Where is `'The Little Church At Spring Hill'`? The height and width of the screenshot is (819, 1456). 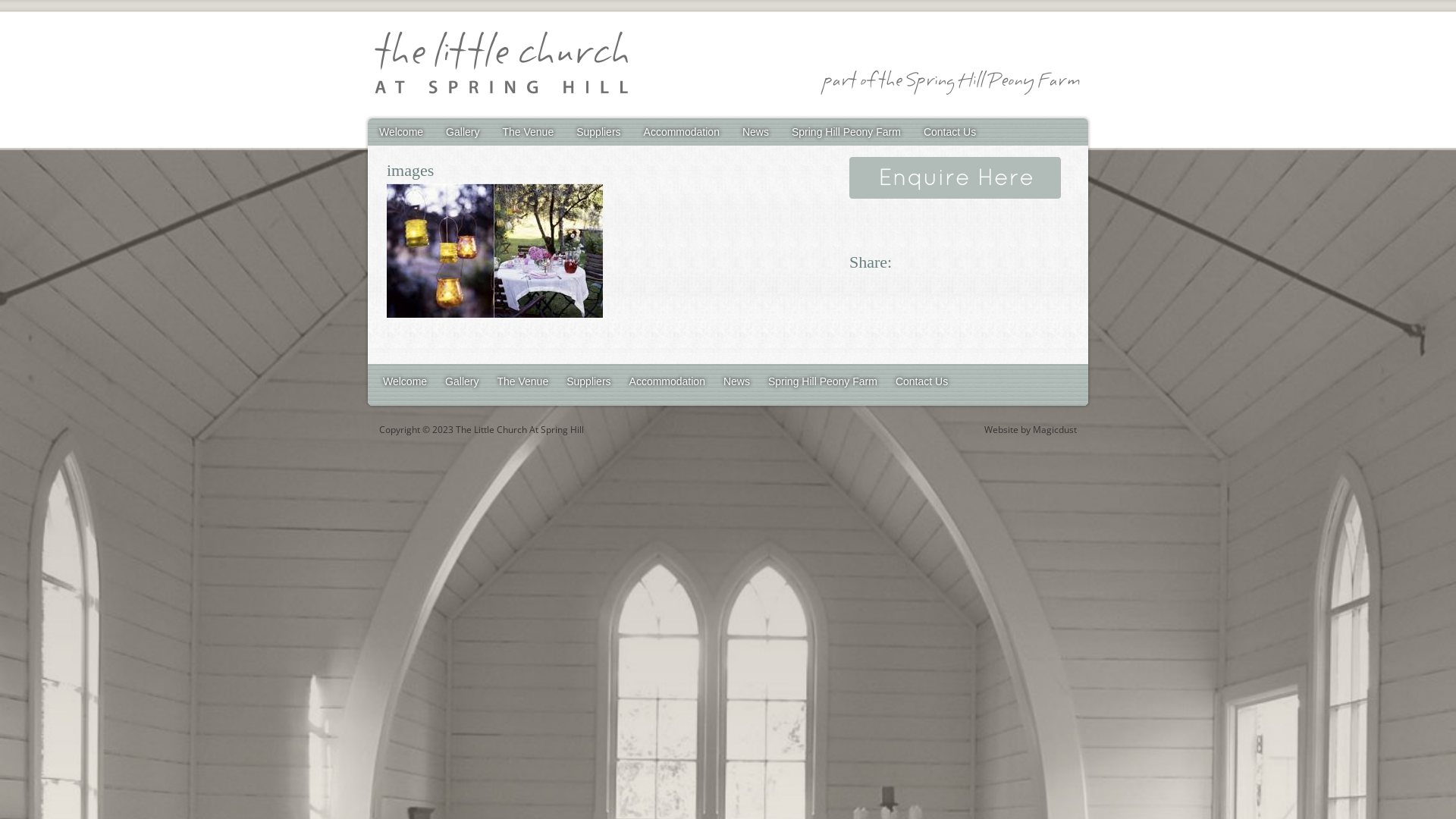
'The Little Church At Spring Hill' is located at coordinates (500, 64).